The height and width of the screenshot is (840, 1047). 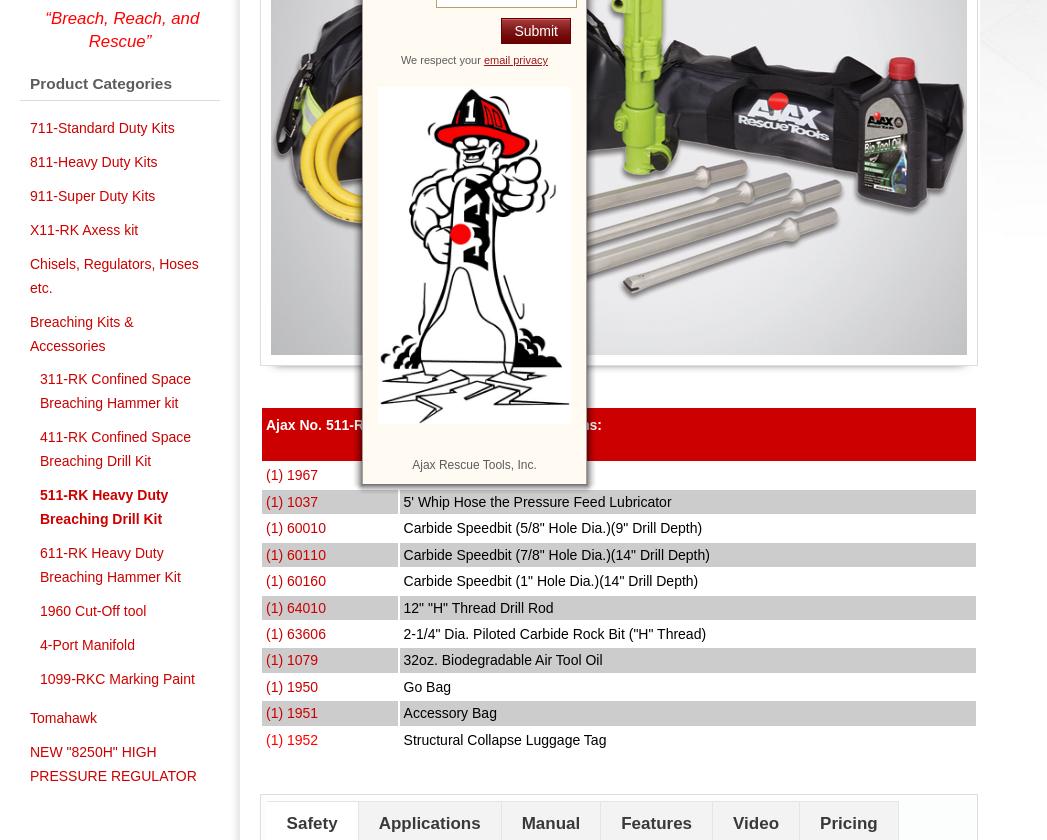 I want to click on '(1) 1952', so click(x=266, y=739).